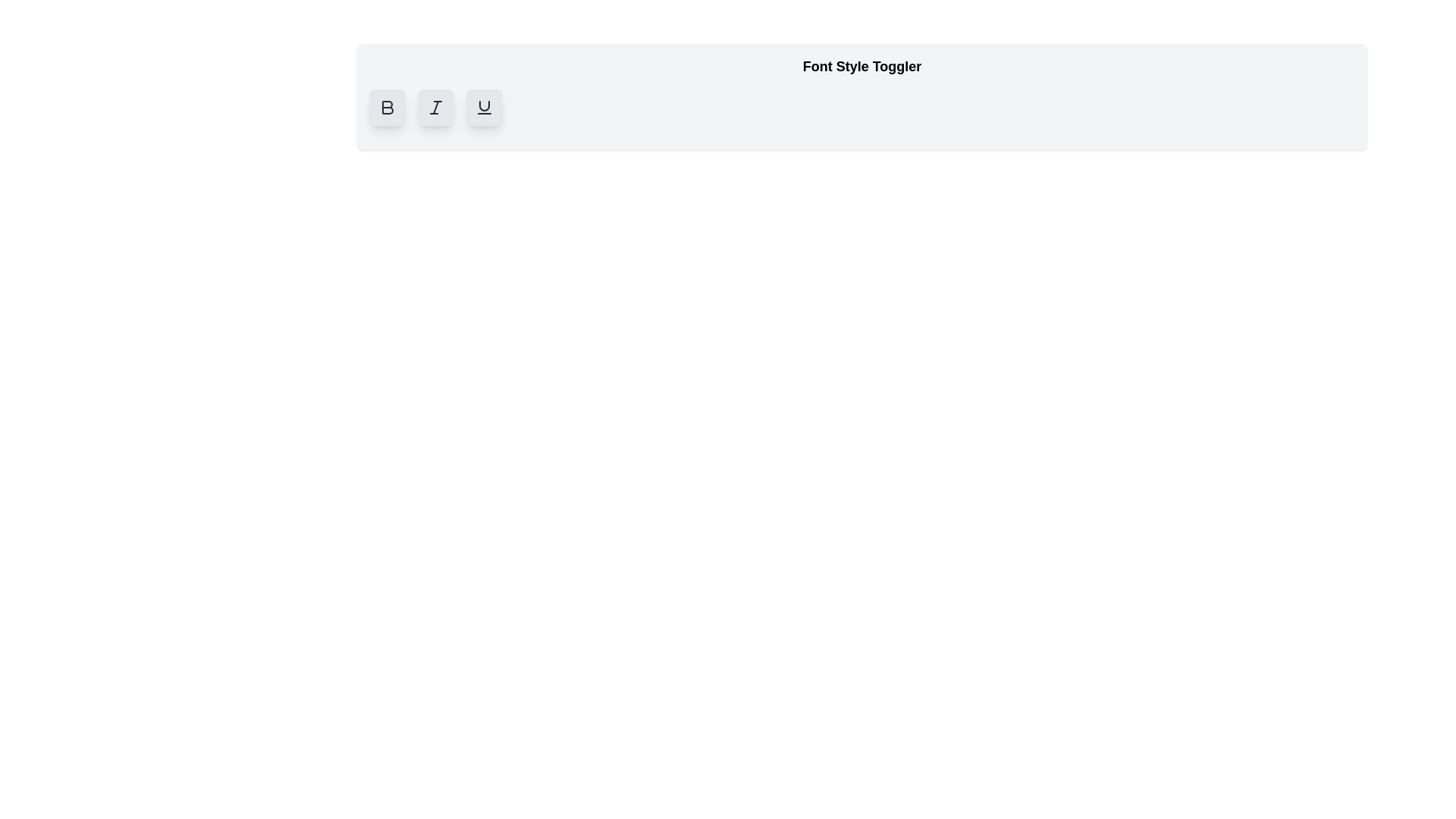  Describe the element at coordinates (483, 107) in the screenshot. I see `the third button in the horizontal group of text style toggle buttons` at that location.